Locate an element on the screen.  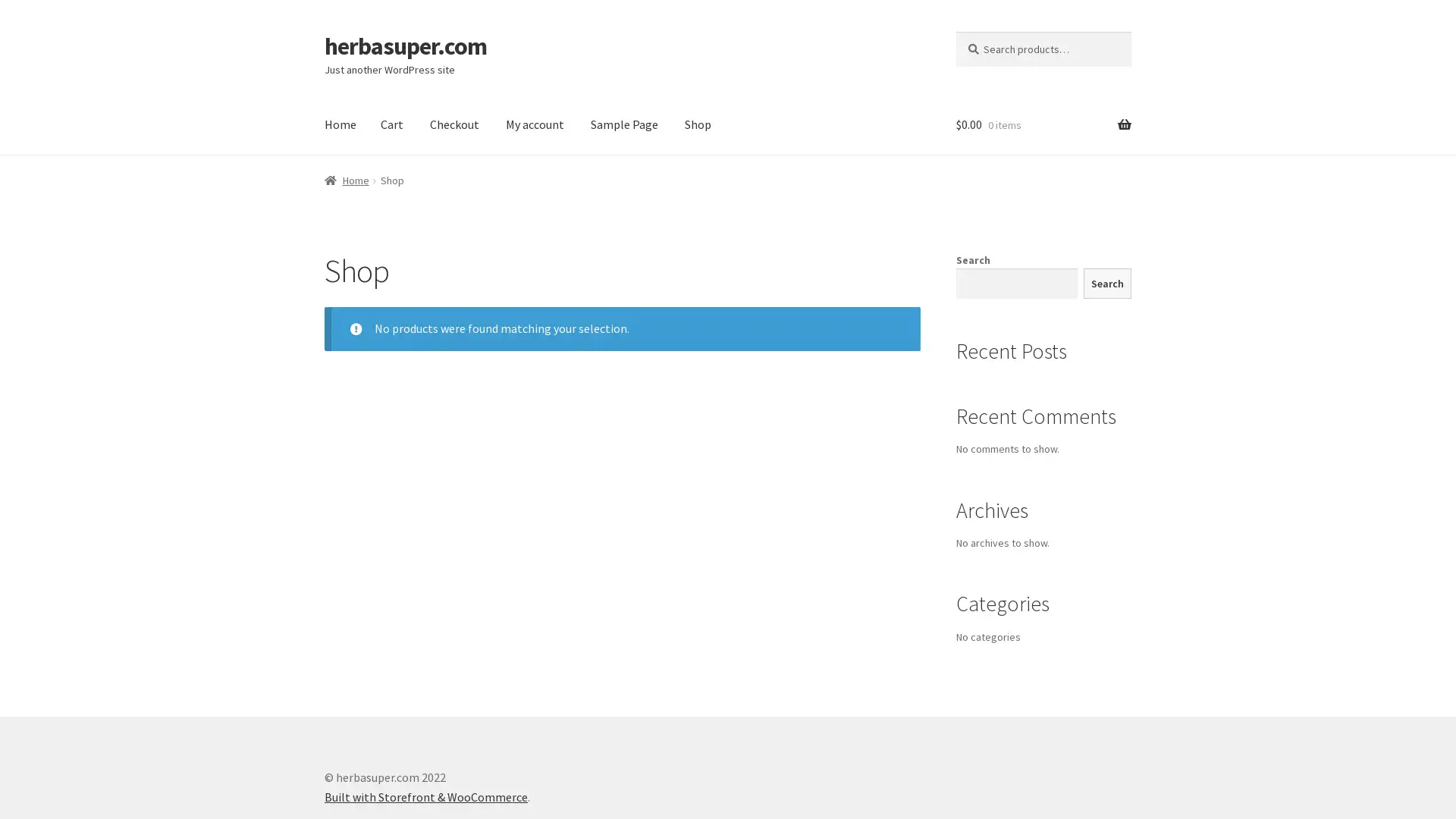
Search is located at coordinates (954, 30).